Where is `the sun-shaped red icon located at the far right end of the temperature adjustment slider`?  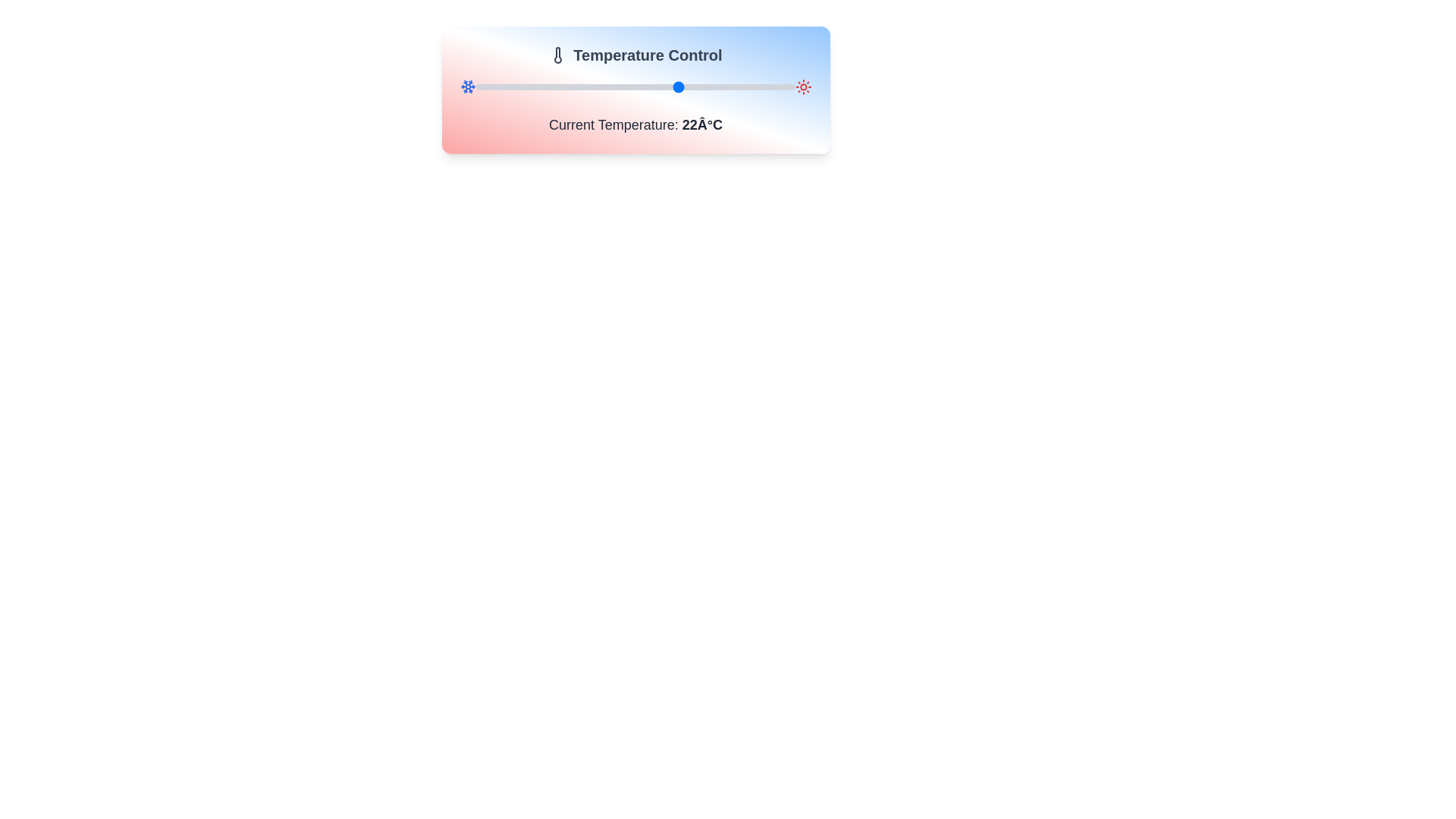
the sun-shaped red icon located at the far right end of the temperature adjustment slider is located at coordinates (802, 87).